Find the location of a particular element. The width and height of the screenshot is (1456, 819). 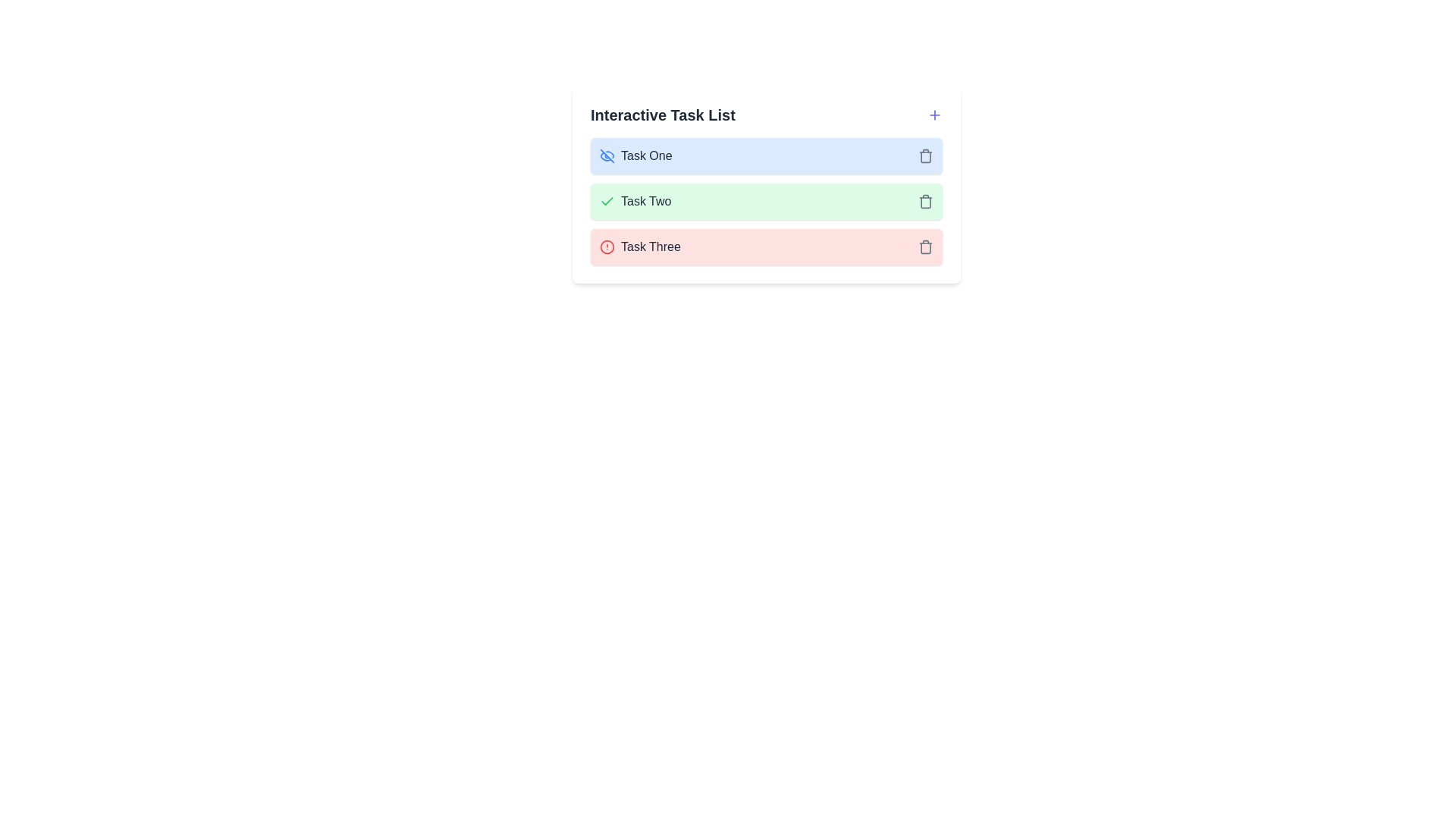

the task entry labeled 'Task One' which is located in the first row of the task list, highlighted with a blue background, to focus on the task is located at coordinates (635, 155).